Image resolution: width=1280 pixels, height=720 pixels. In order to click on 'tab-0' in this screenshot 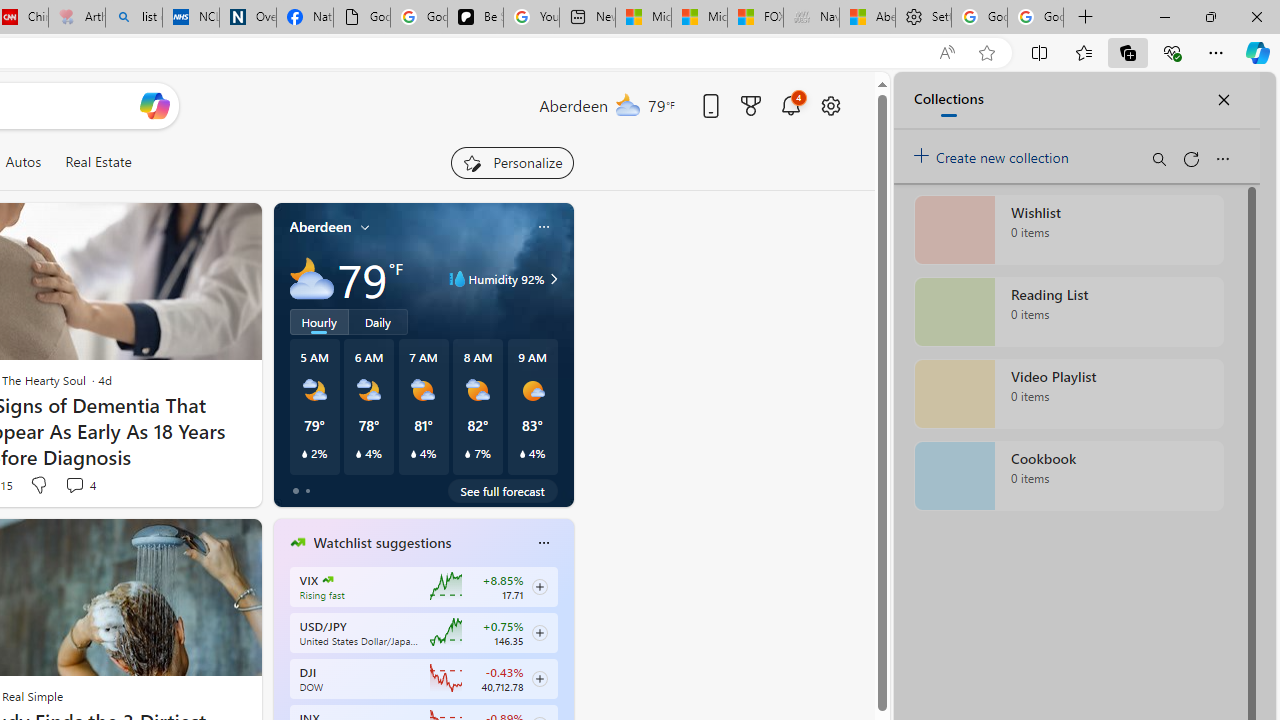, I will do `click(294, 491)`.